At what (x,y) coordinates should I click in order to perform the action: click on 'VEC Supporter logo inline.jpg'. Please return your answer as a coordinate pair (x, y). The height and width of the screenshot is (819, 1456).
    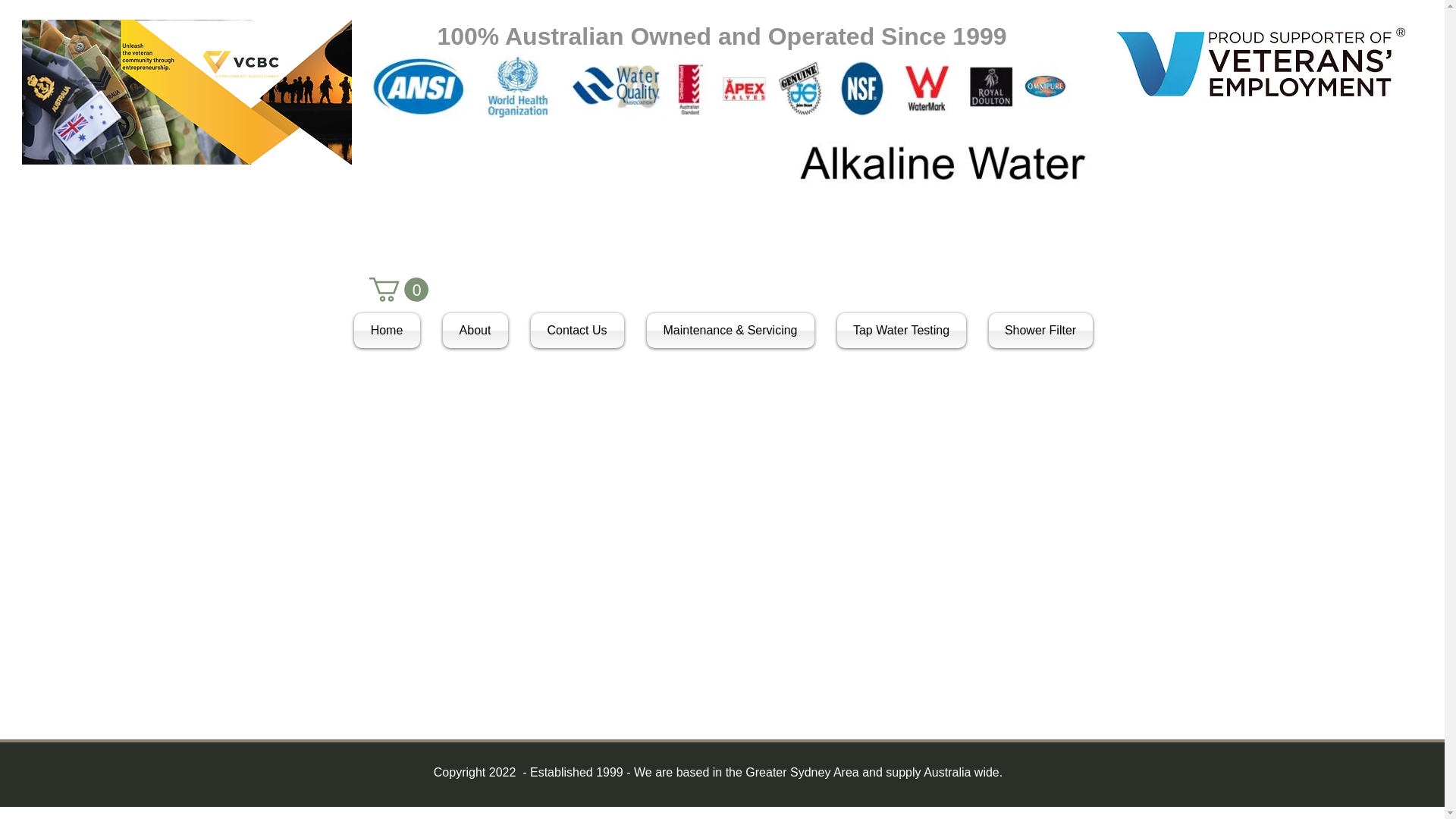
    Looking at the image, I should click on (1260, 61).